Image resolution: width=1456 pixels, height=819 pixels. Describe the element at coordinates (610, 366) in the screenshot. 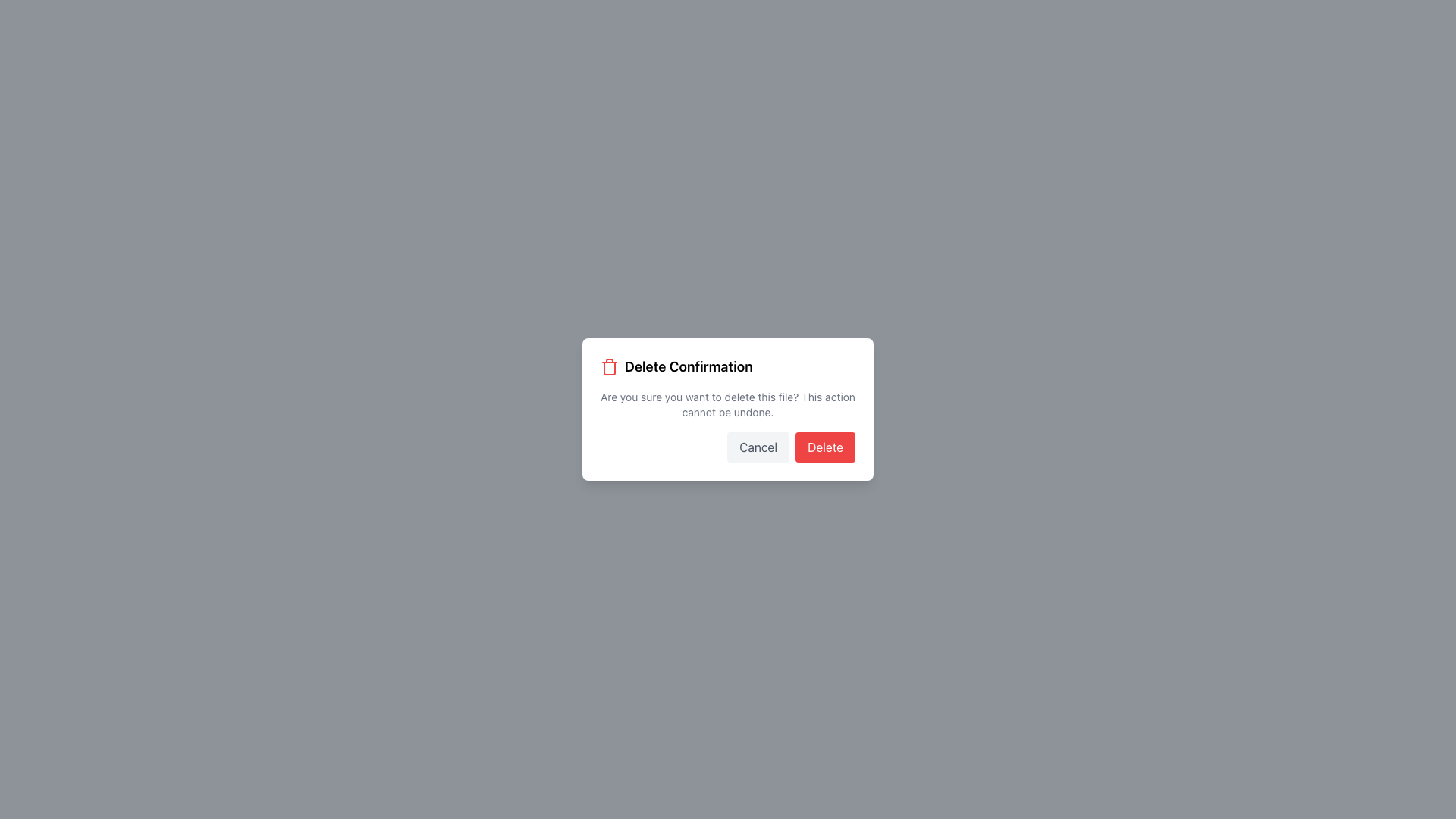

I see `the red trash can icon that indicates a delete action, located to the left of the 'Delete Confirmation' text in the dialog box's title section` at that location.